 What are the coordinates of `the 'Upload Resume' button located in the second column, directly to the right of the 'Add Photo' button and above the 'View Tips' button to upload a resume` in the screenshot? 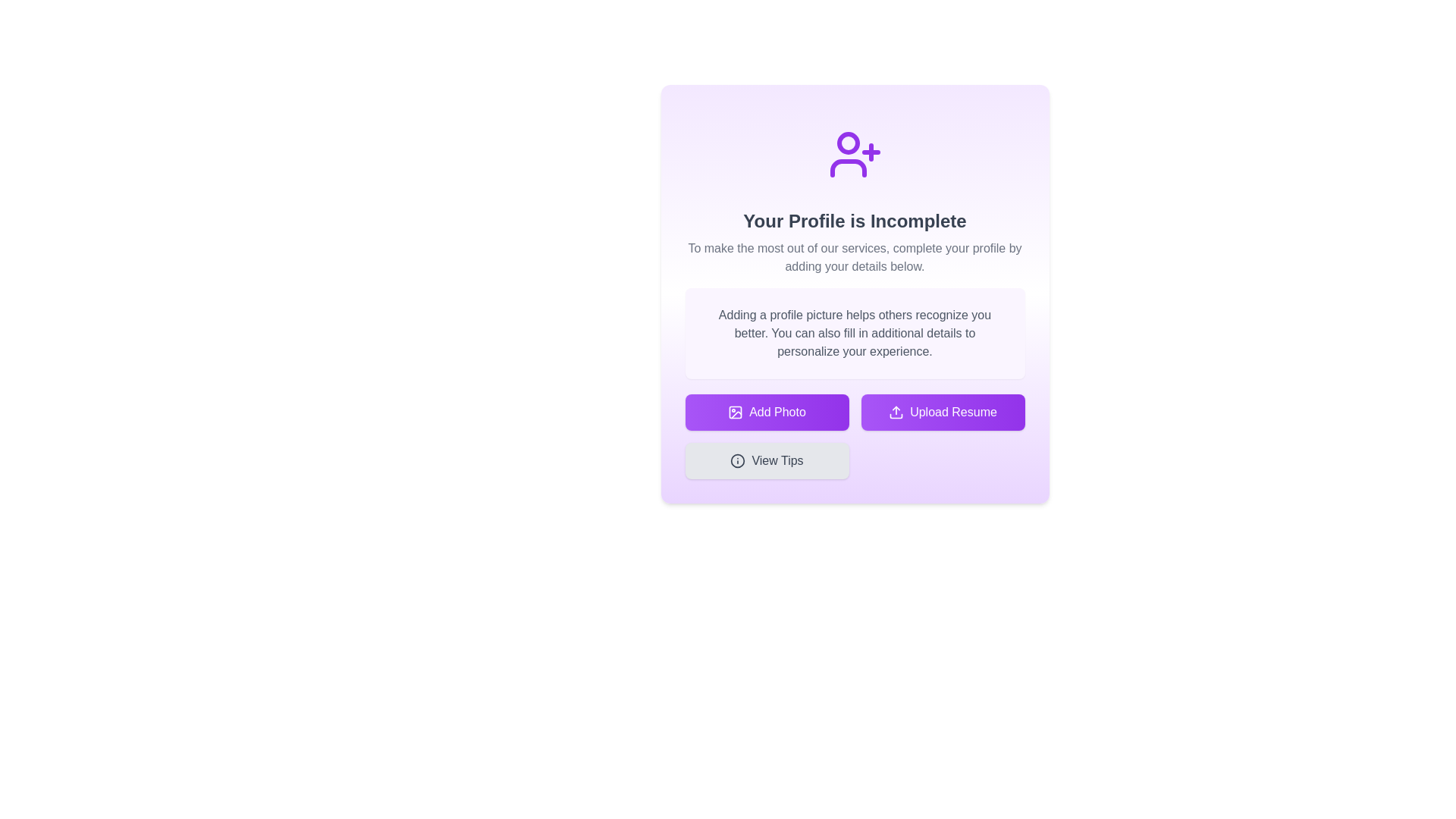 It's located at (942, 412).